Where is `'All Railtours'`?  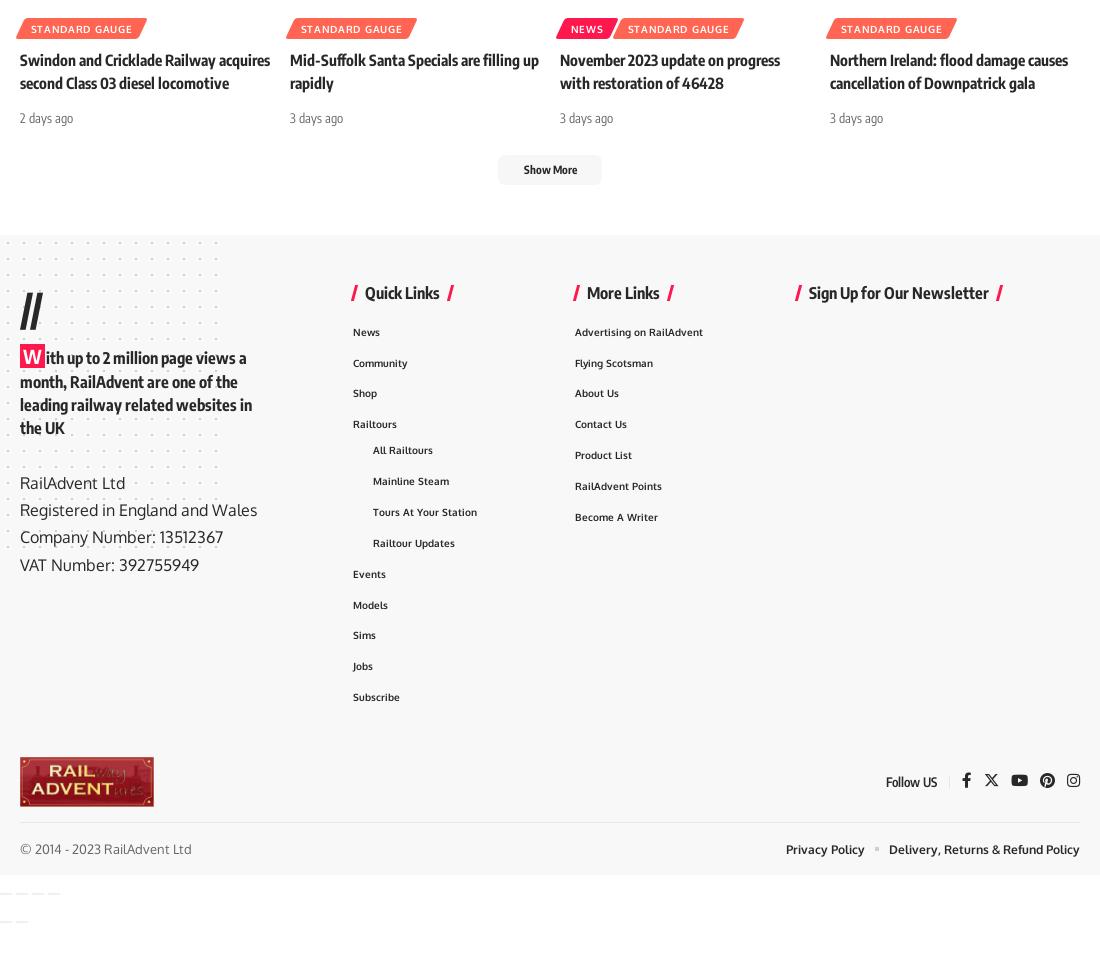
'All Railtours' is located at coordinates (403, 492).